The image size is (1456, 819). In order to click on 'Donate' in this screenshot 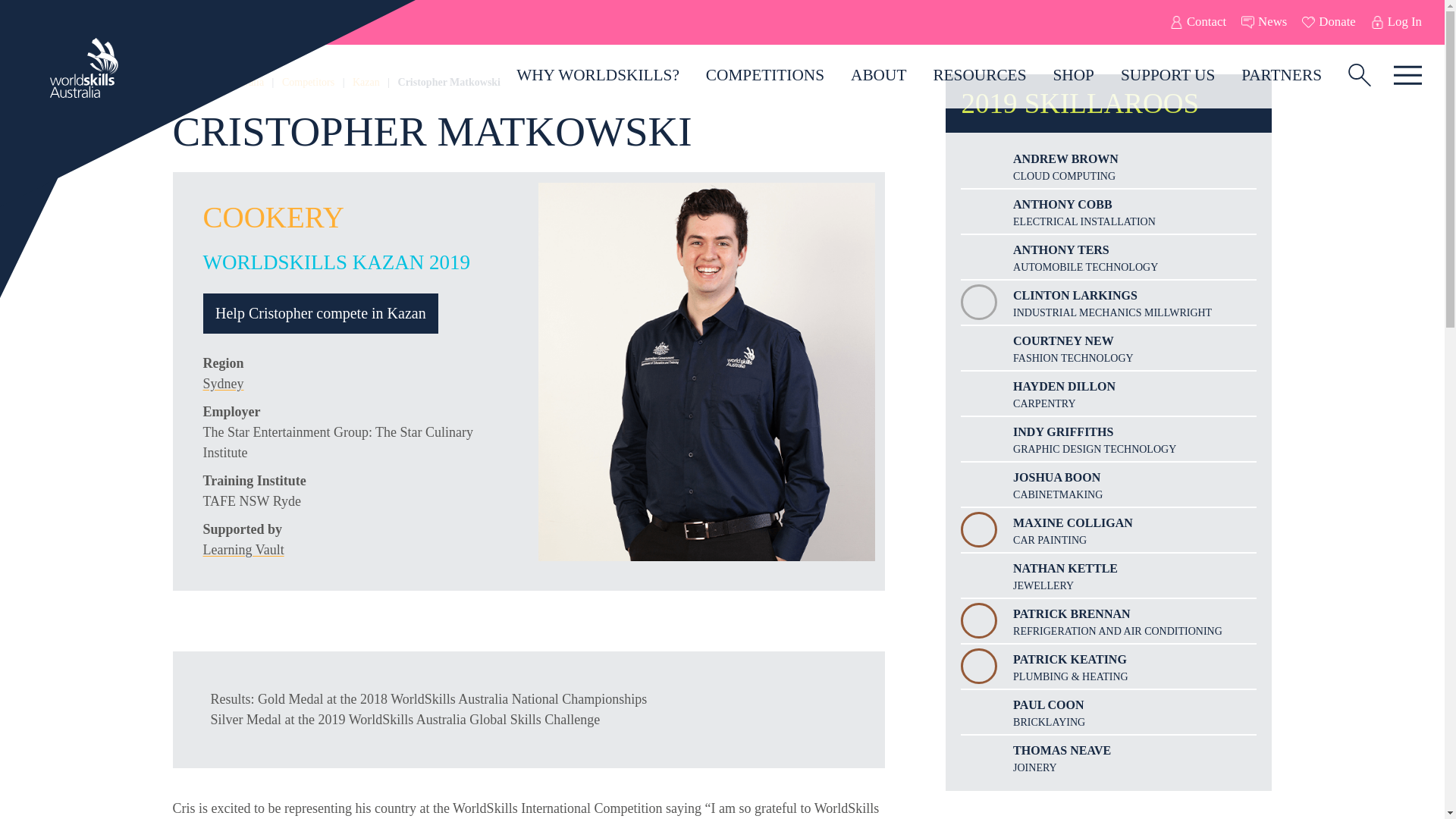, I will do `click(1328, 22)`.